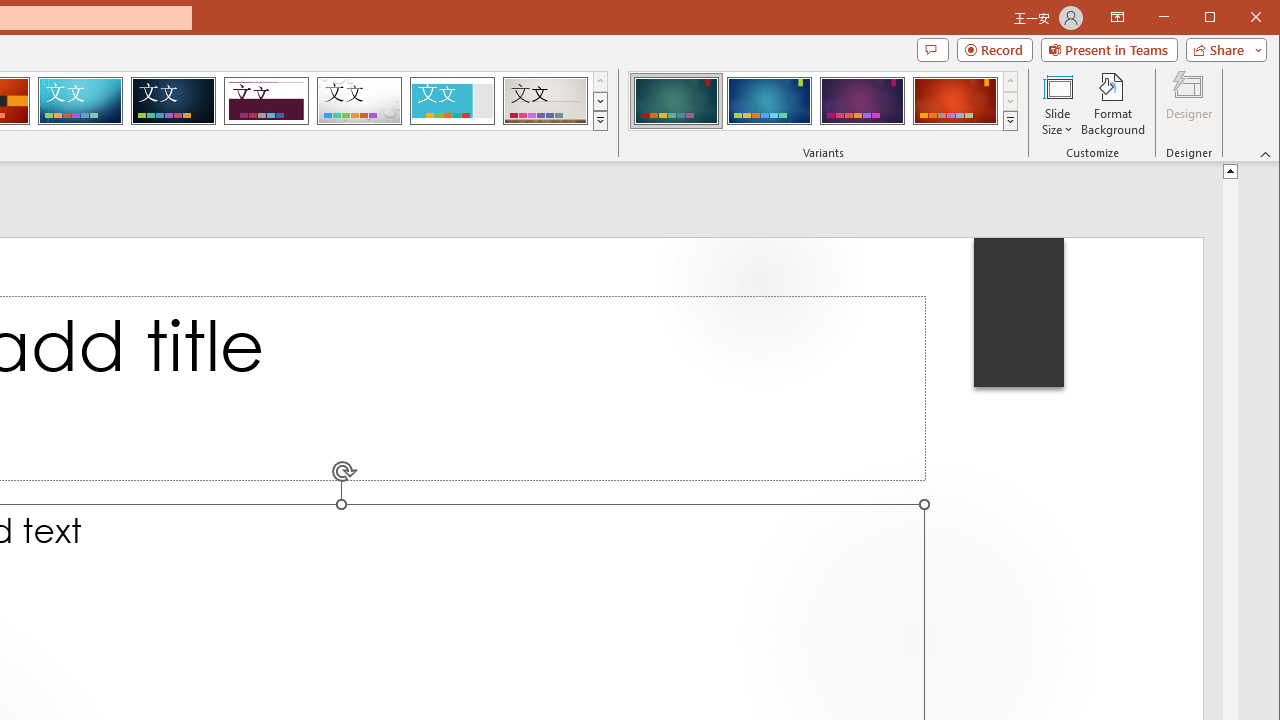 The height and width of the screenshot is (720, 1280). Describe the element at coordinates (265, 100) in the screenshot. I see `'Dividend'` at that location.